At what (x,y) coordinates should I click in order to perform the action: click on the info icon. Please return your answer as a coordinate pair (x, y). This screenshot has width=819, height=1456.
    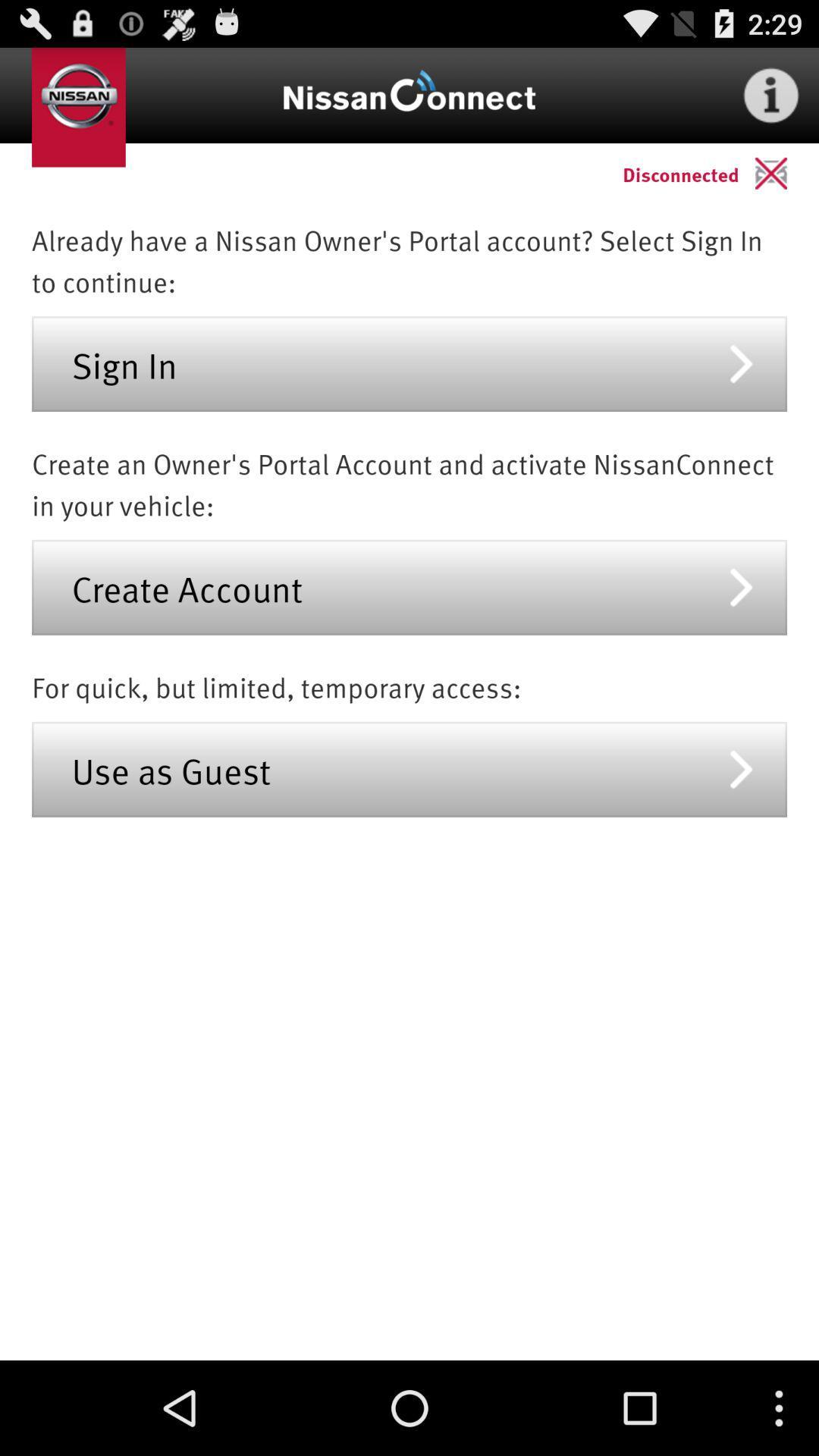
    Looking at the image, I should click on (771, 101).